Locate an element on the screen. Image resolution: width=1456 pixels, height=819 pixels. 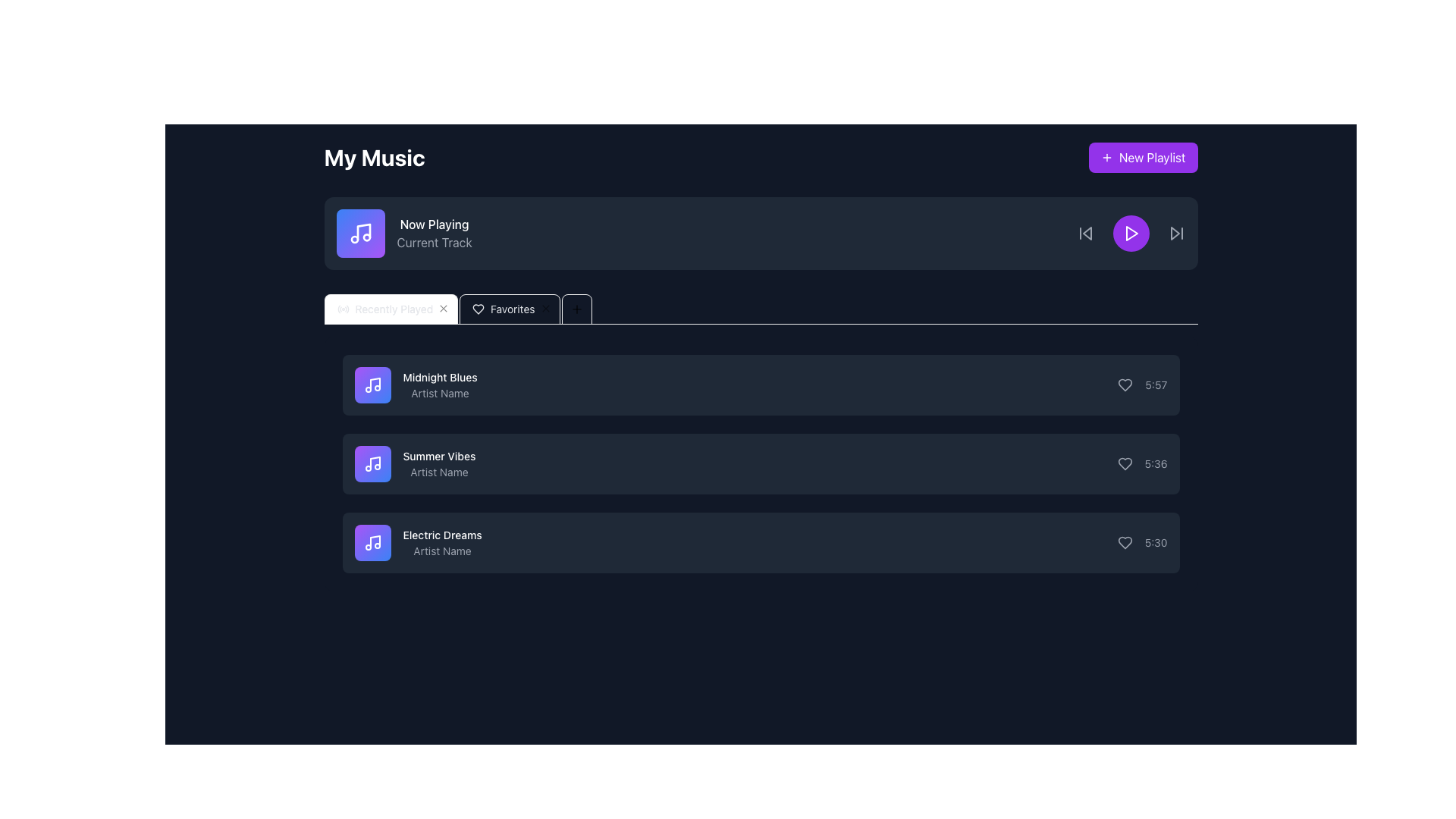
time duration text displayed next to the heart icon for the song 'Electric Dreams', located at the far right of the playlist row is located at coordinates (1142, 542).